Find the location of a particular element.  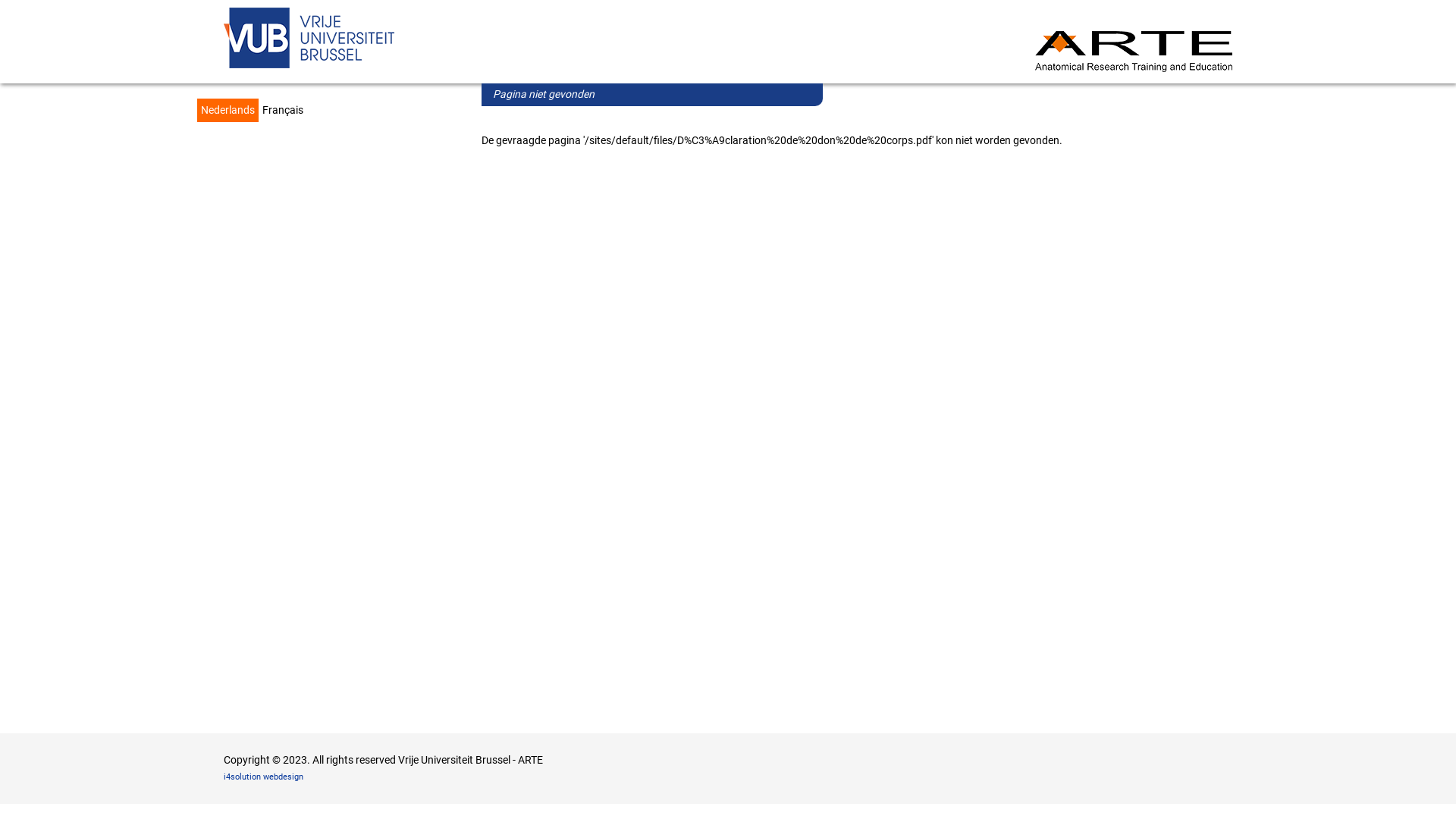

'Nederlands' is located at coordinates (196, 109).